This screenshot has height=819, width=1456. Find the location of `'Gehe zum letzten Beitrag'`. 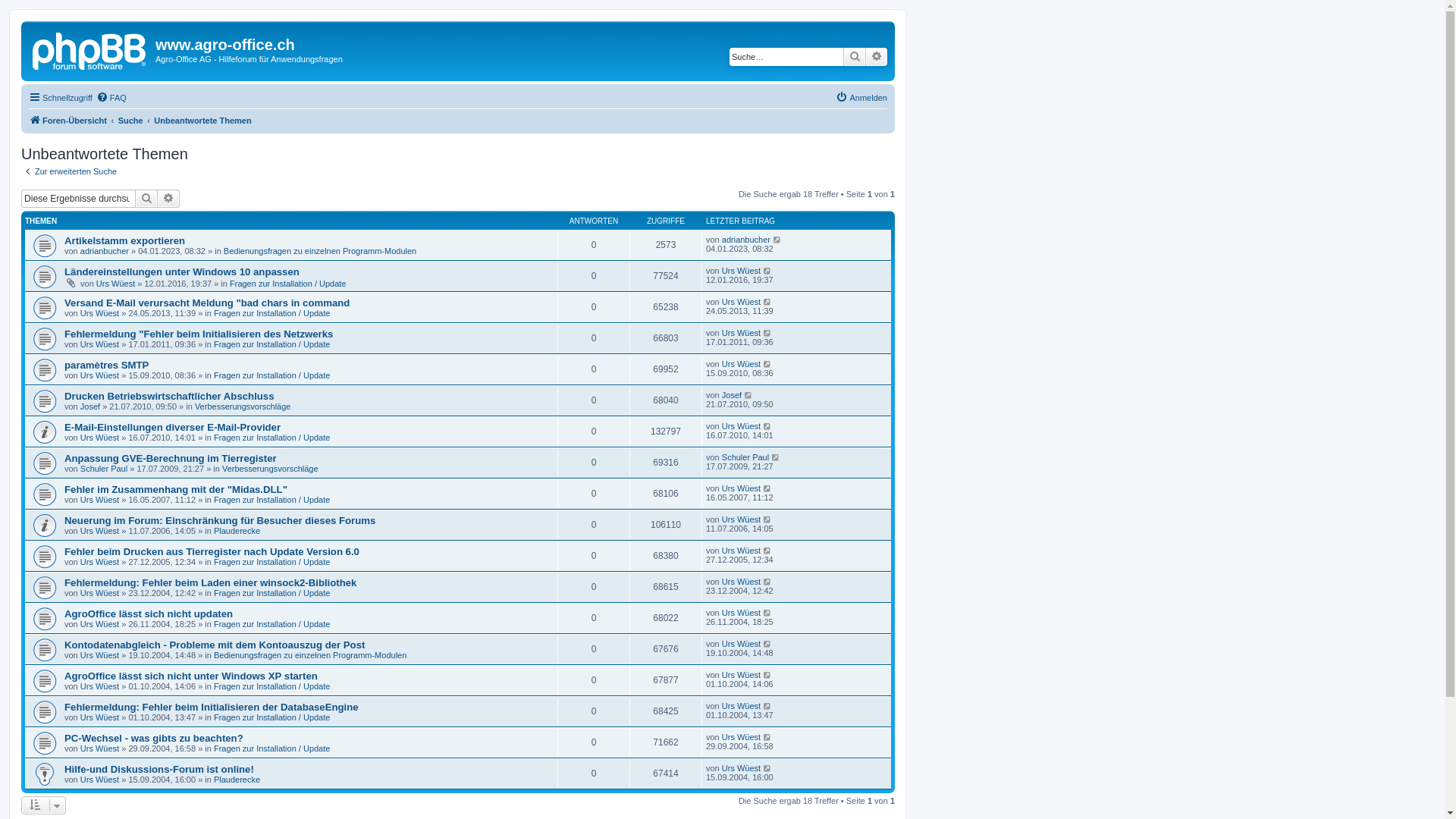

'Gehe zum letzten Beitrag' is located at coordinates (767, 643).